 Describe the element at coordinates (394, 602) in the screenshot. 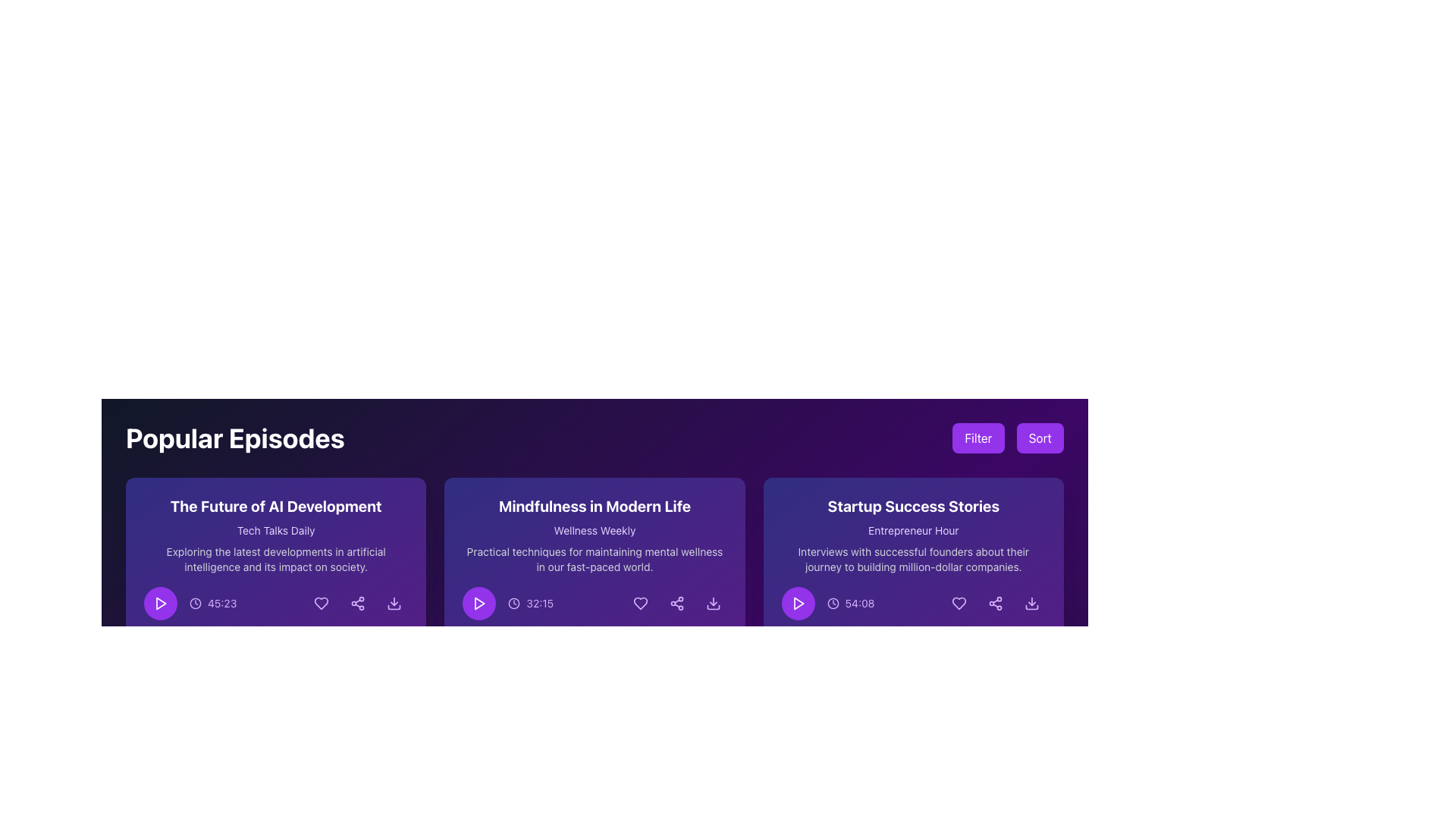

I see `the download icon button located in the bottom-right corner of the interactive card labeled 'The Future of AI Development' to initiate a download` at that location.